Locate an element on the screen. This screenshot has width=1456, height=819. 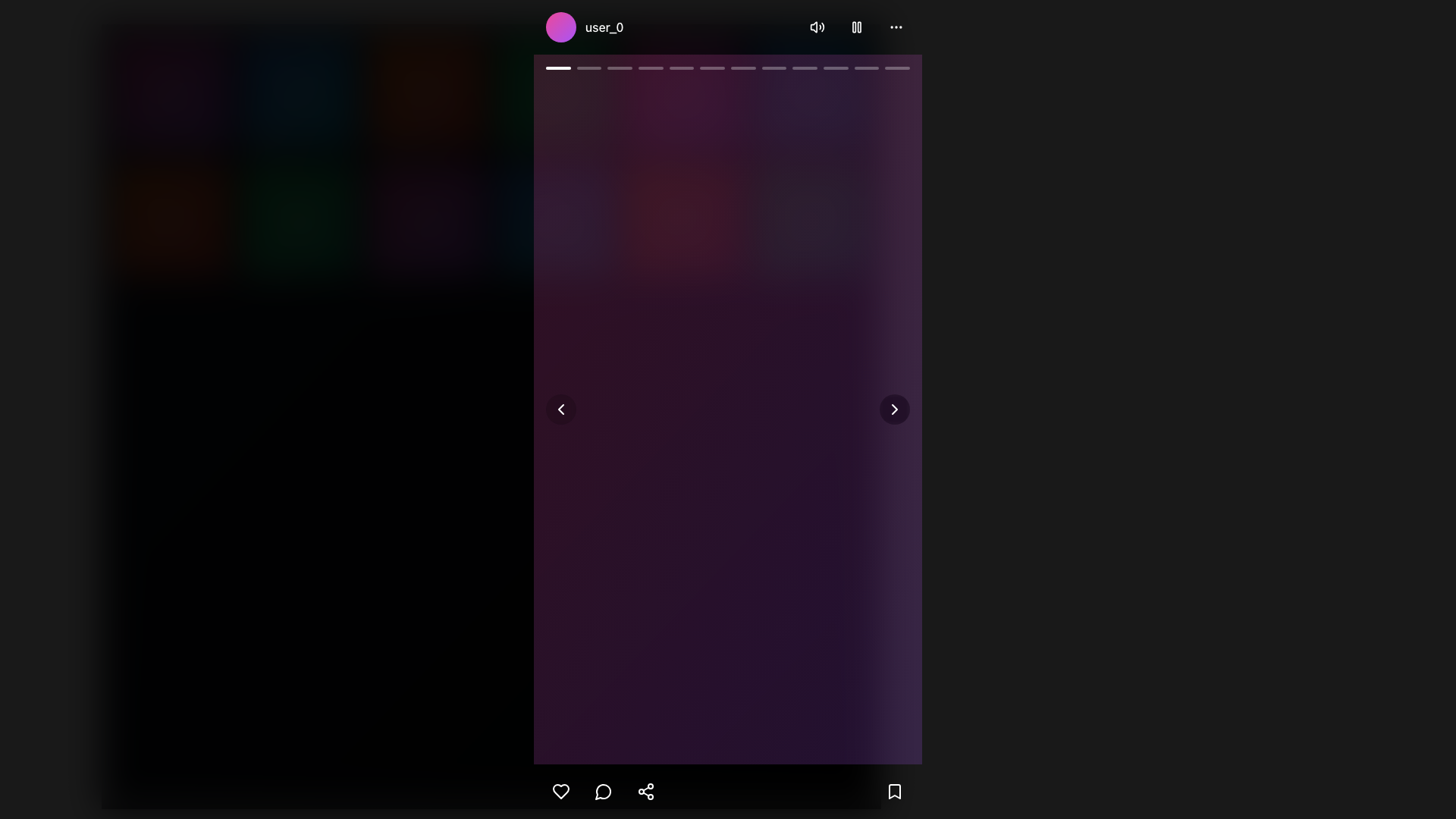
the Interactive visual card that has a gradient background transitioning from pink to purple and features a bold, white uppercase 'U' within a rounded, semi-transparent white circle is located at coordinates (426, 222).